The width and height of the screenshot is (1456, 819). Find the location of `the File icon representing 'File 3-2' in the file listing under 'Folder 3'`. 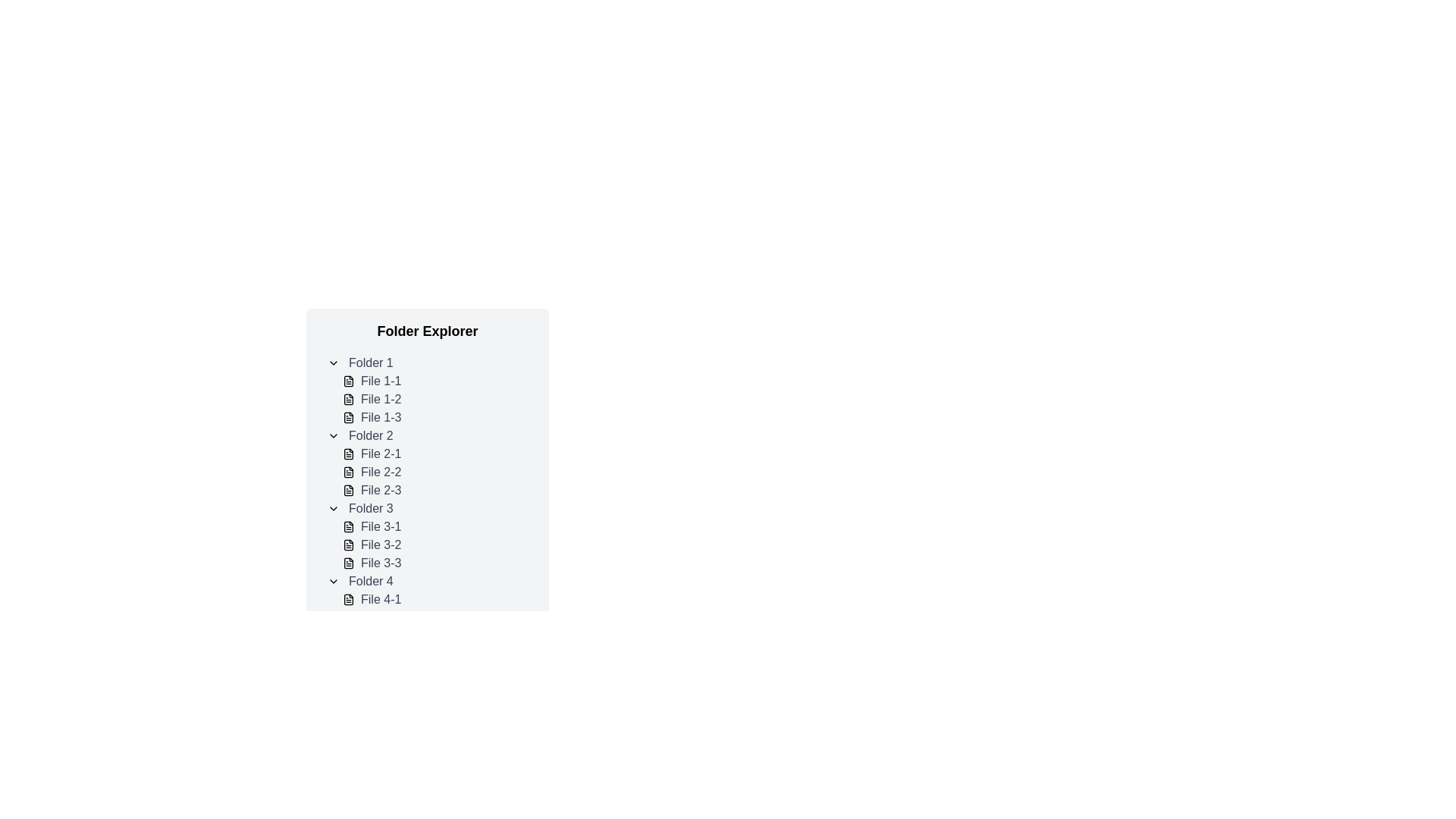

the File icon representing 'File 3-2' in the file listing under 'Folder 3' is located at coordinates (348, 544).